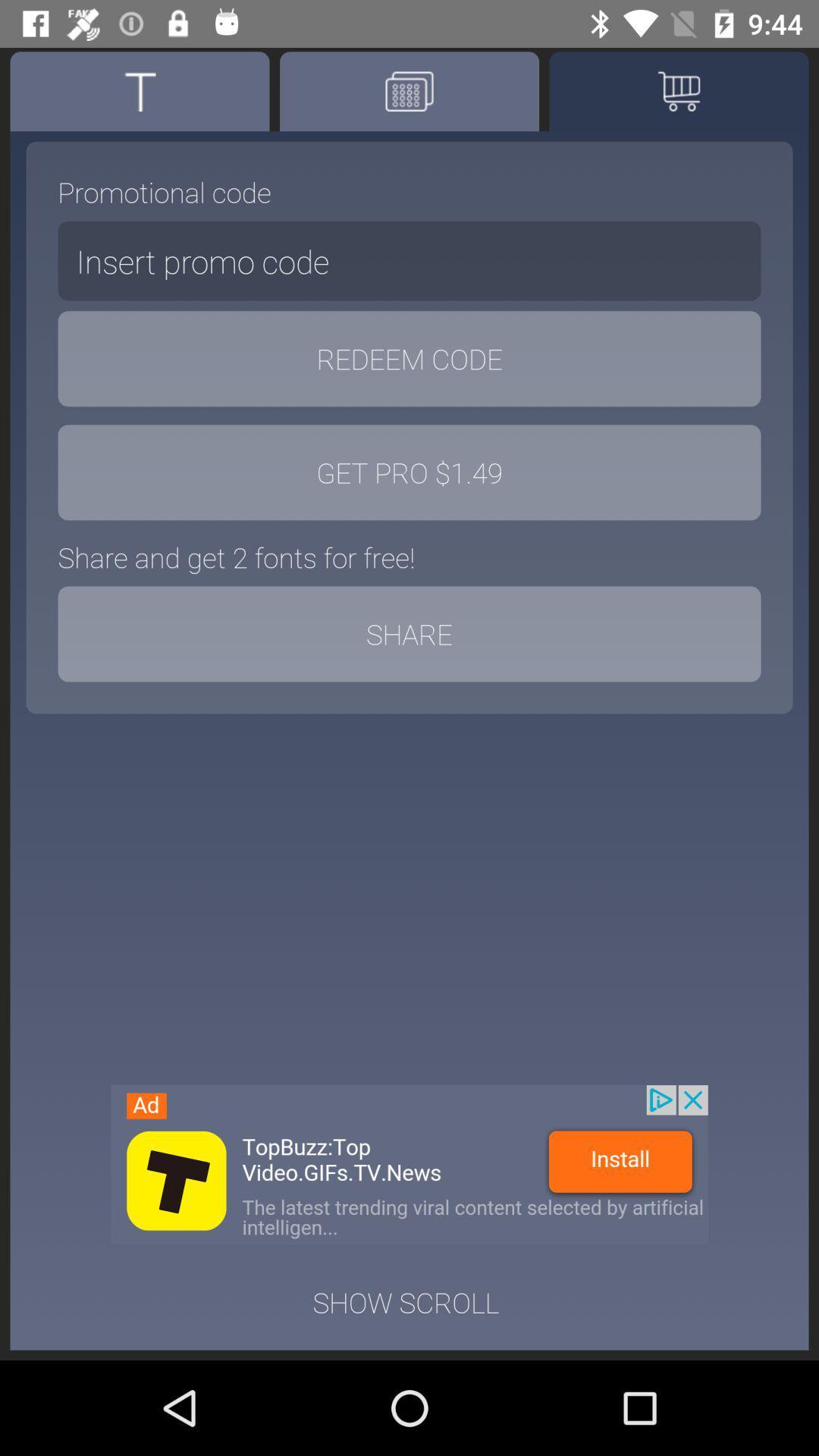 This screenshot has height=1456, width=819. What do you see at coordinates (678, 90) in the screenshot?
I see `the list icon` at bounding box center [678, 90].